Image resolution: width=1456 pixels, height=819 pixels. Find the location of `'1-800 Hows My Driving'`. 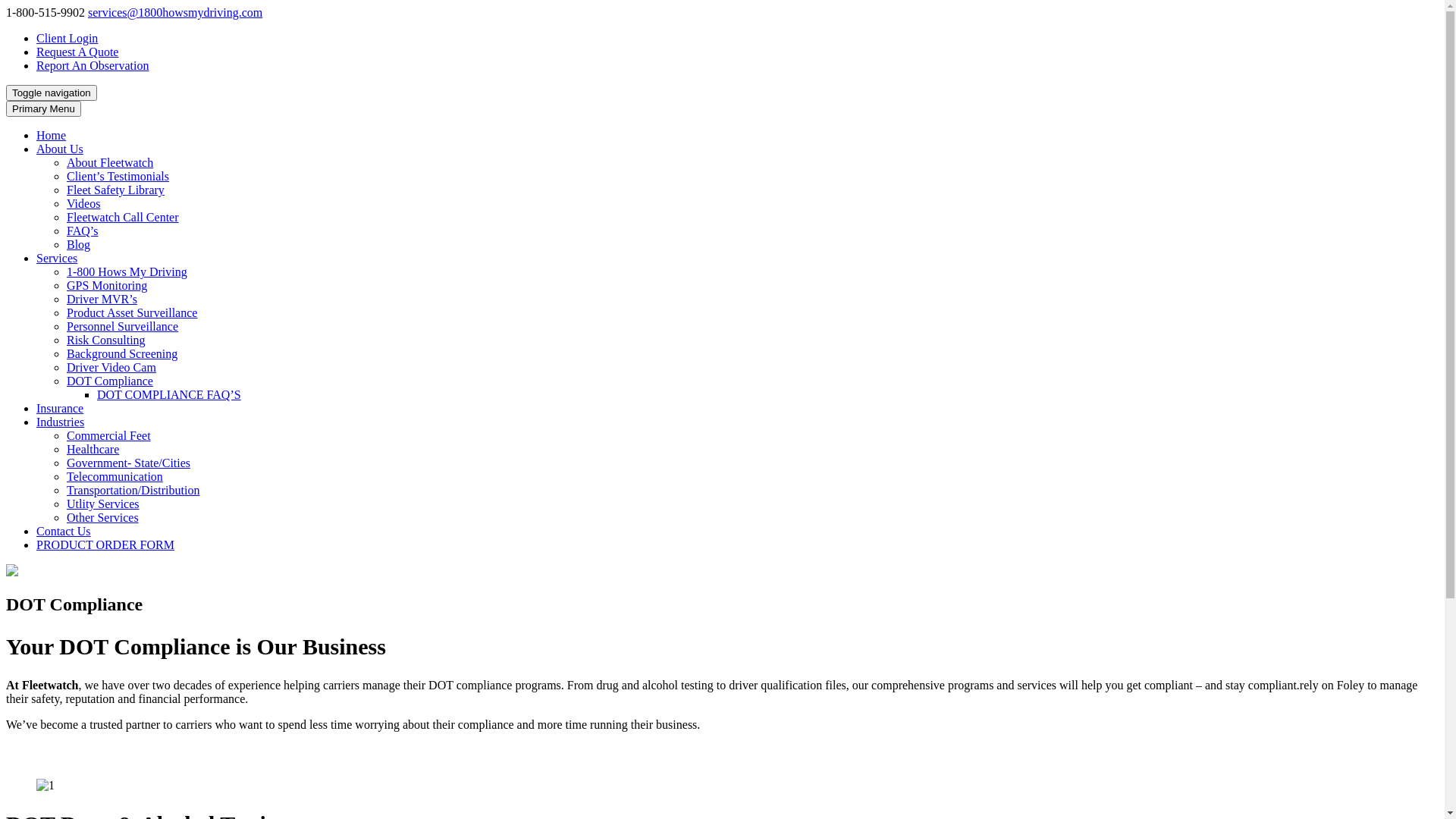

'1-800 Hows My Driving' is located at coordinates (127, 271).